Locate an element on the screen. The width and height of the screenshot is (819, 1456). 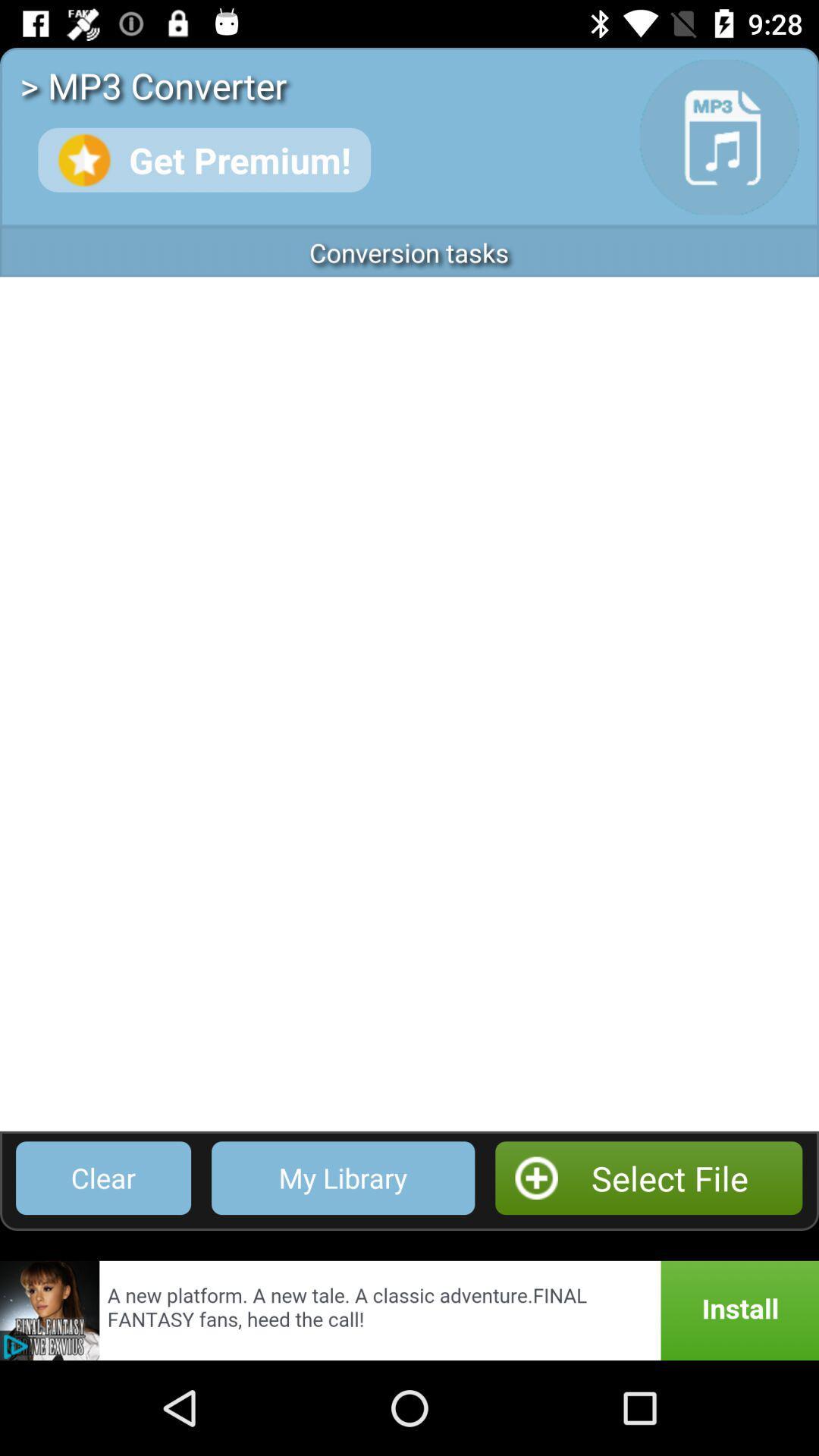
icon above the conversion tasks item is located at coordinates (203, 160).